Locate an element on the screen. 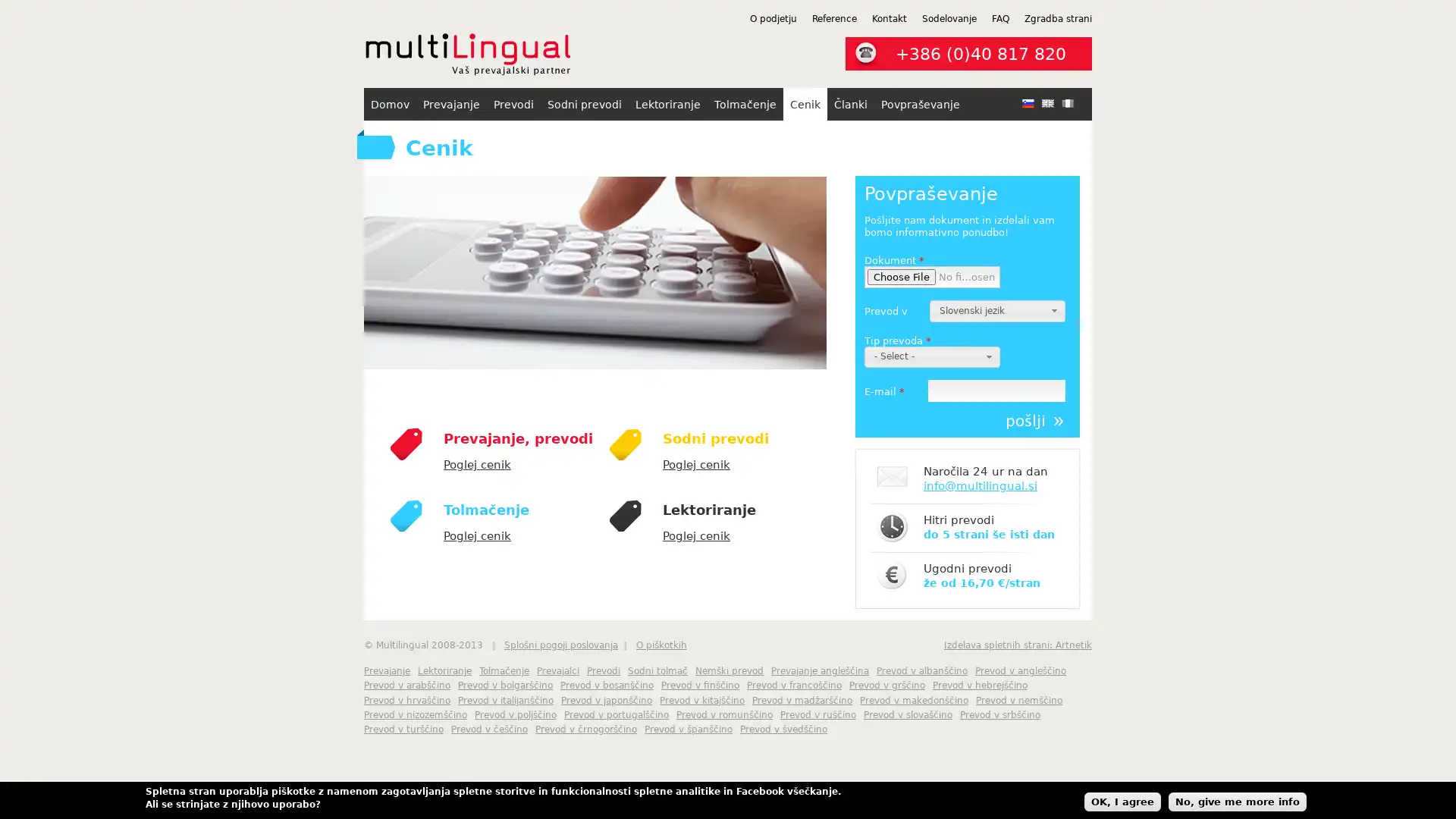  poslji is located at coordinates (1034, 421).